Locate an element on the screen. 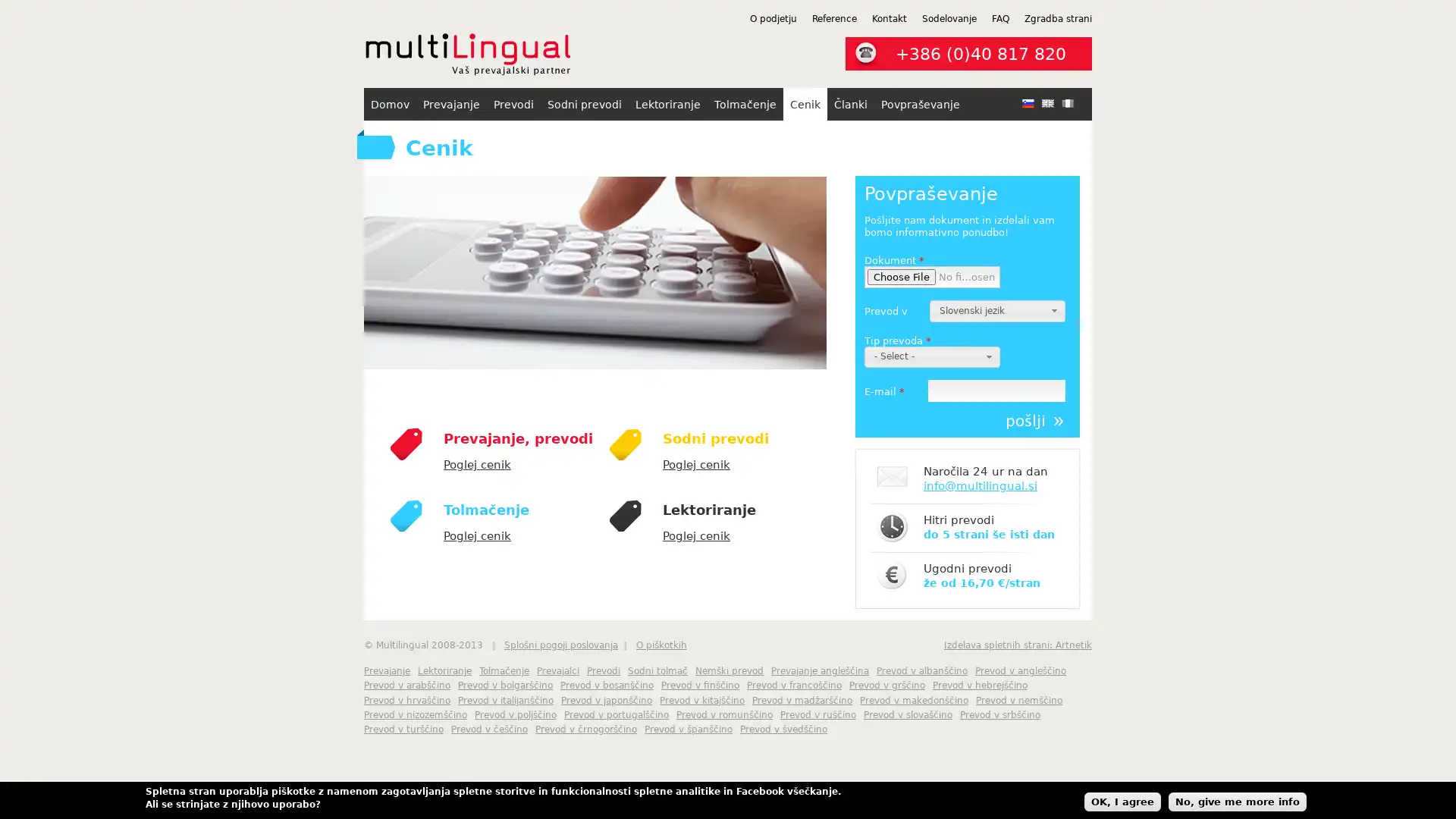  poslji is located at coordinates (1034, 421).